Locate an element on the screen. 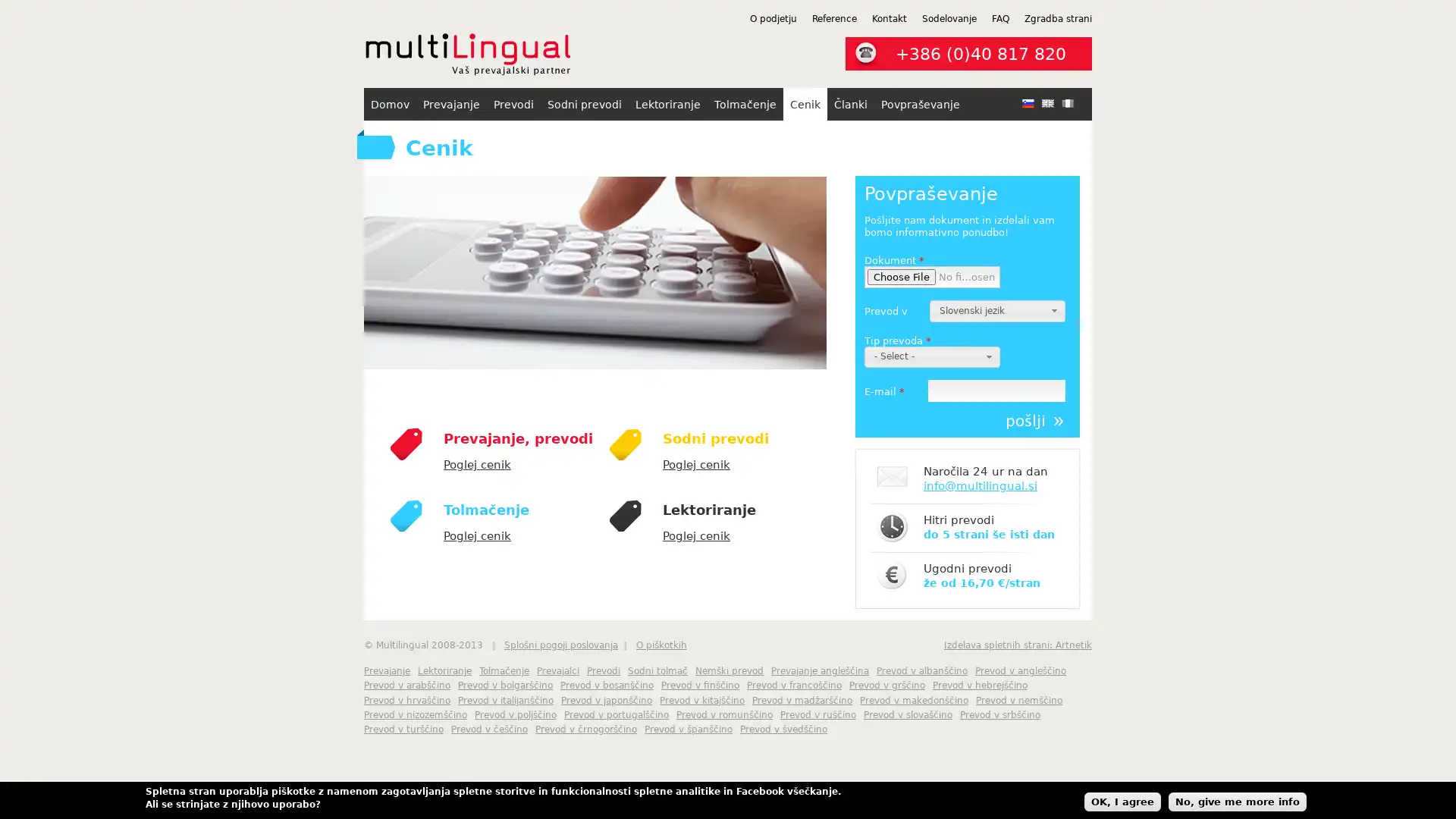  poslji is located at coordinates (1034, 421).